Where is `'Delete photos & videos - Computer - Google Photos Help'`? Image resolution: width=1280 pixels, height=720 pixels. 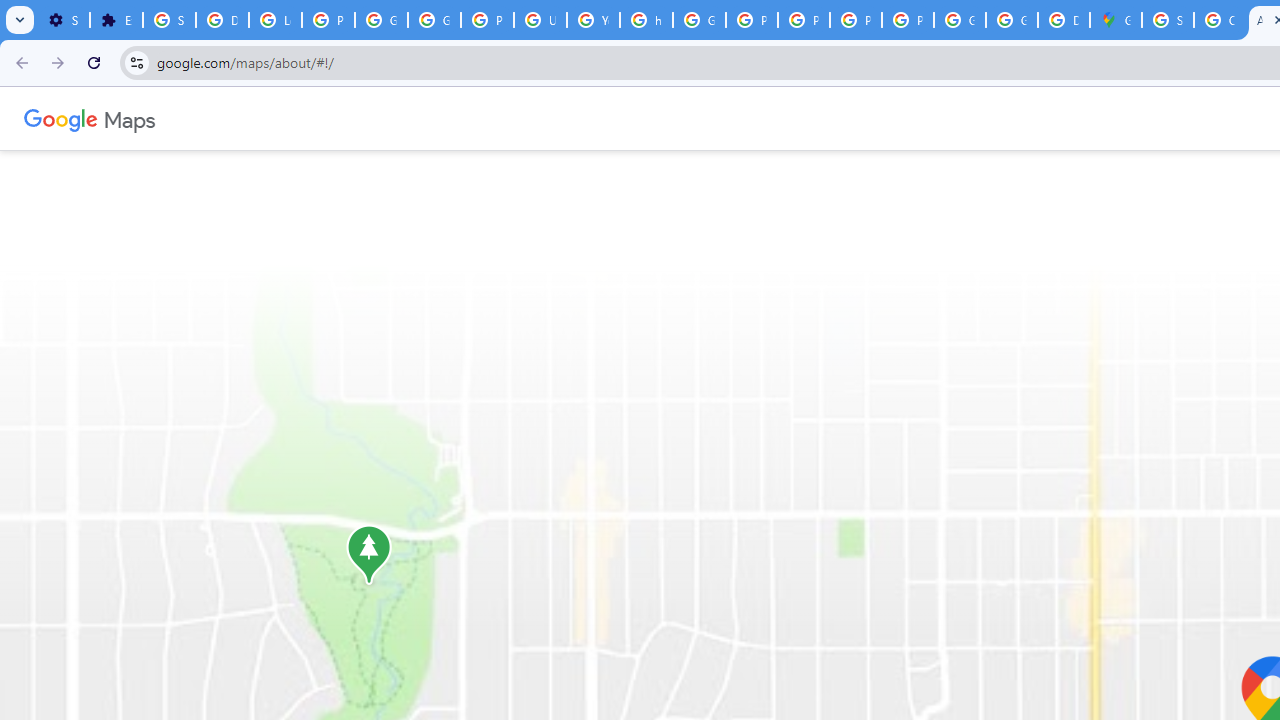 'Delete photos & videos - Computer - Google Photos Help' is located at coordinates (222, 20).